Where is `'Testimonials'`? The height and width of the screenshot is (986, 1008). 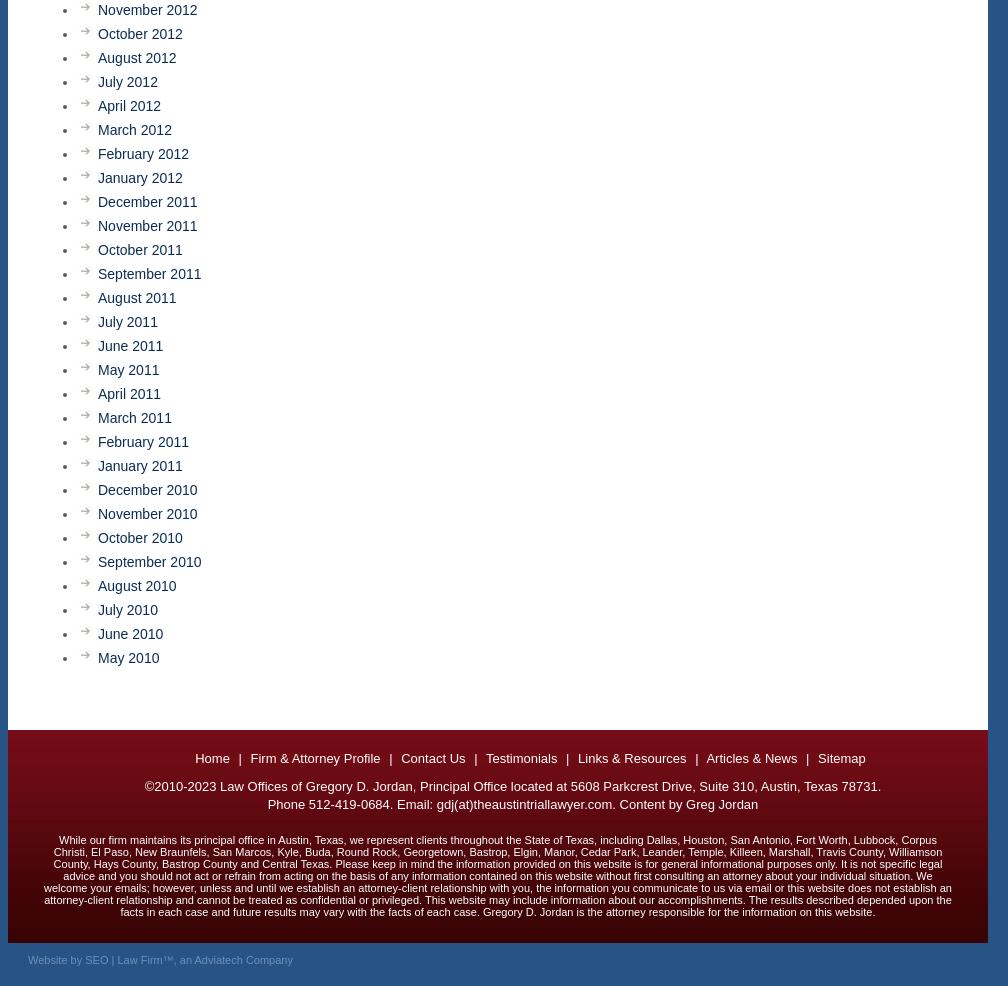 'Testimonials' is located at coordinates (521, 758).